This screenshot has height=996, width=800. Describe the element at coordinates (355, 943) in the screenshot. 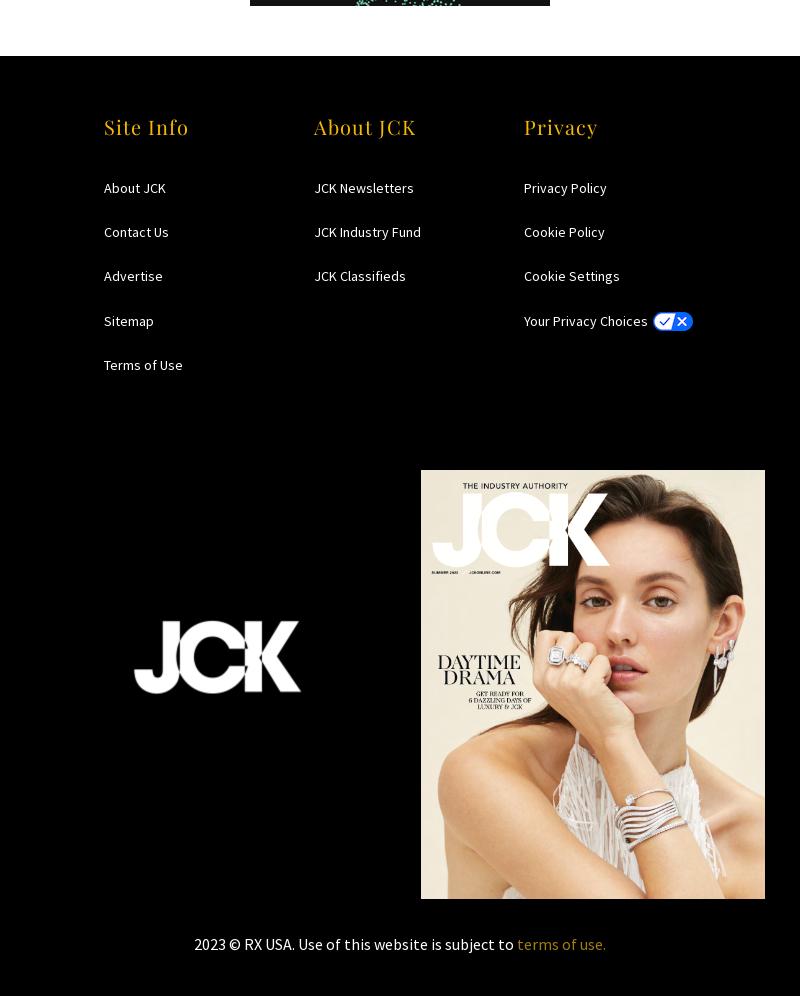

I see `'2023 © RX USA. Use of this website is subject to'` at that location.